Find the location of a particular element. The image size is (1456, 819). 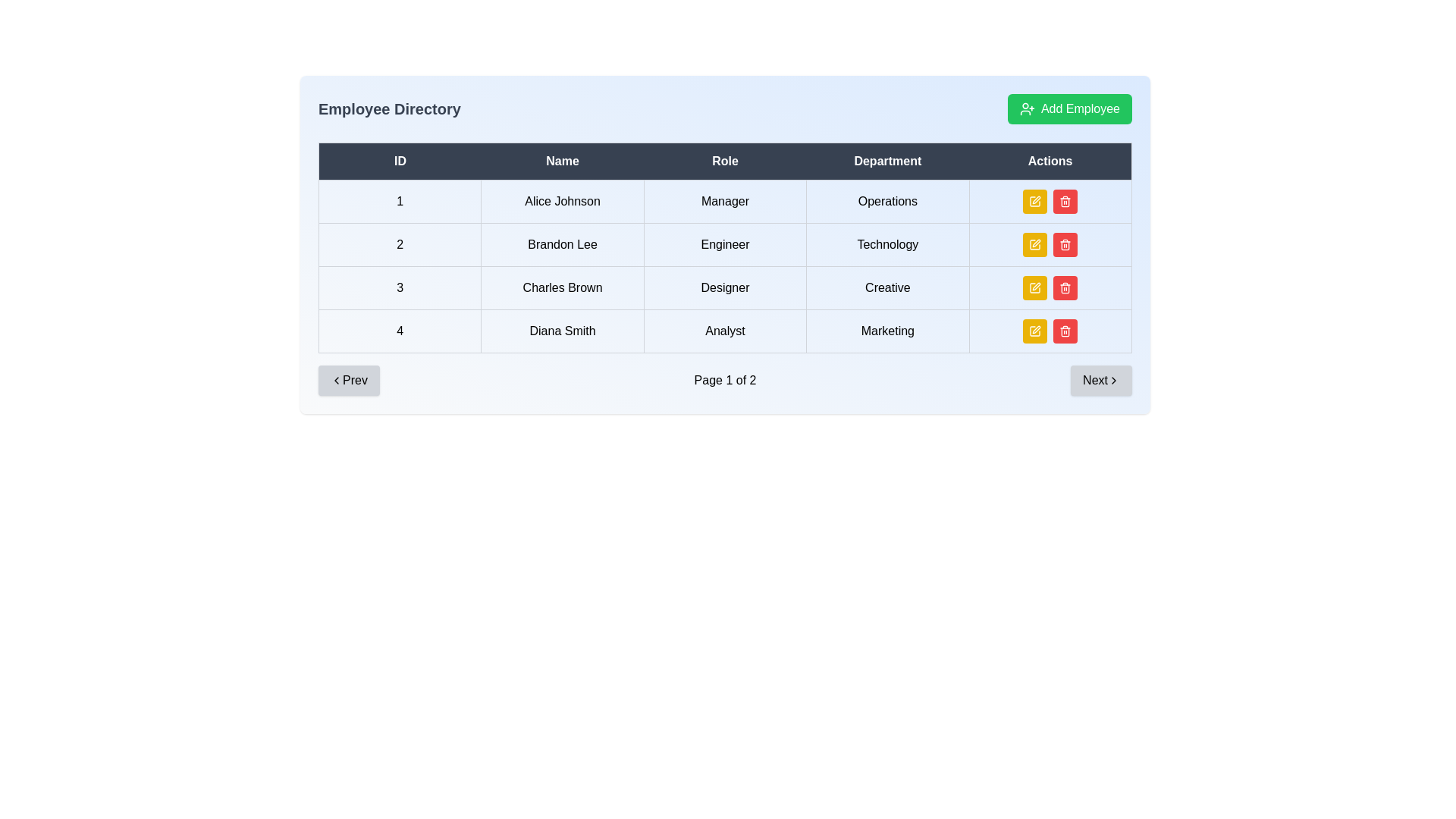

the pencil icon with a yellow background in the 'Actions' column next to the 'Delete' button for the first entry 'Alice Johnson' is located at coordinates (1034, 201).